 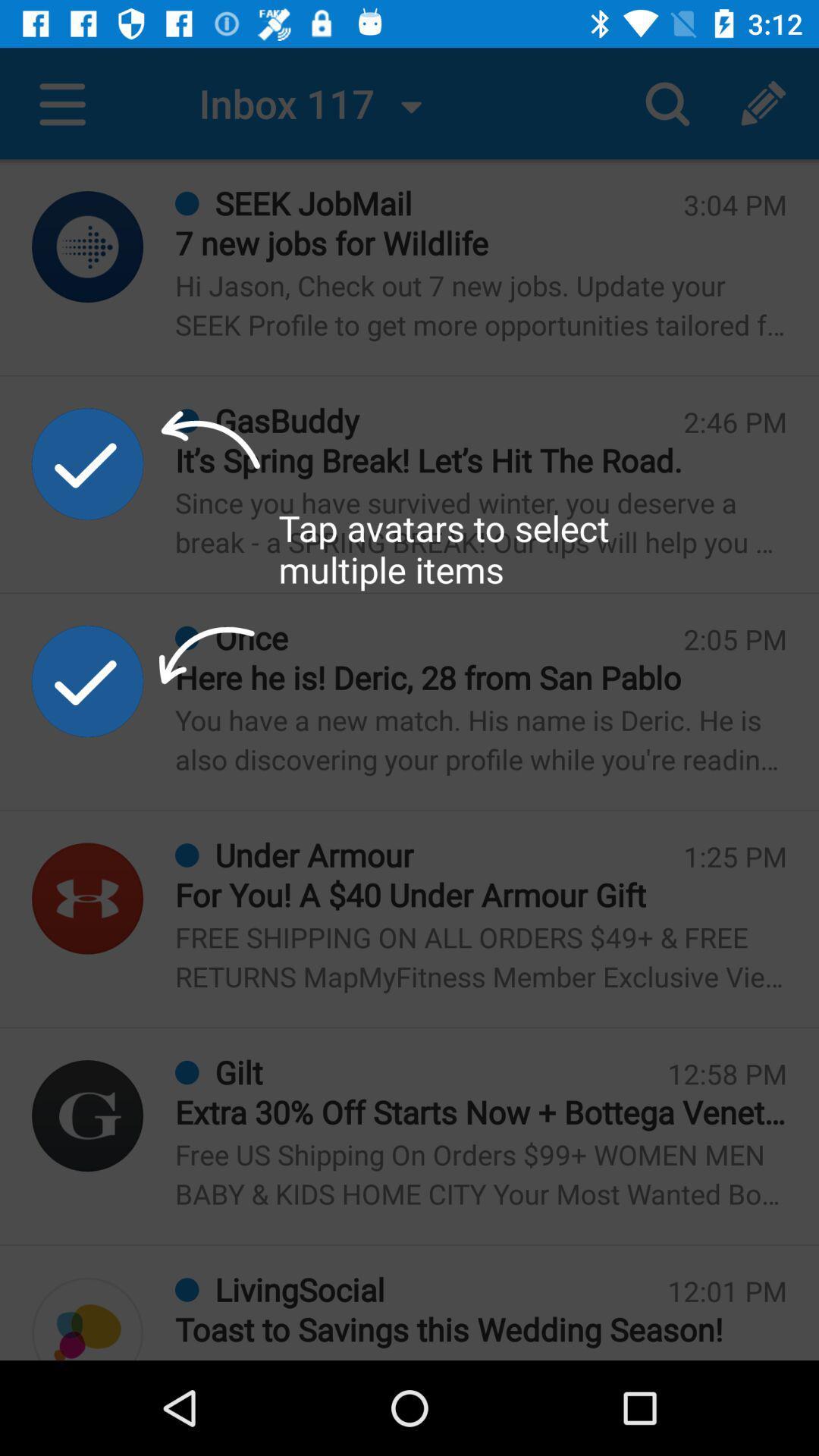 I want to click on find account info, so click(x=87, y=899).